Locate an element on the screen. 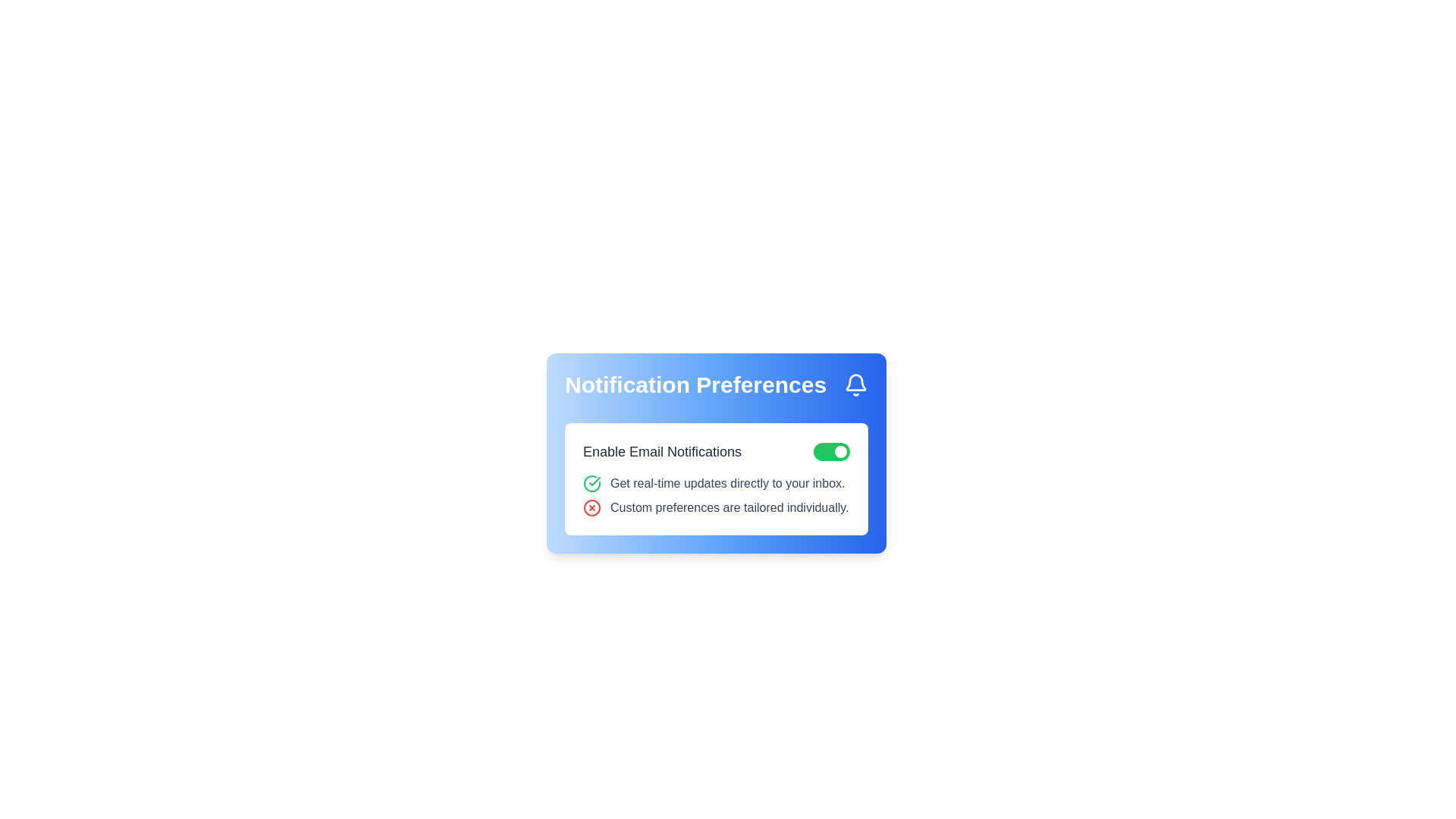  the static information text with the message 'Get real-time updates directly to your inbox.' located under the 'Enable Email Notifications' section is located at coordinates (716, 483).